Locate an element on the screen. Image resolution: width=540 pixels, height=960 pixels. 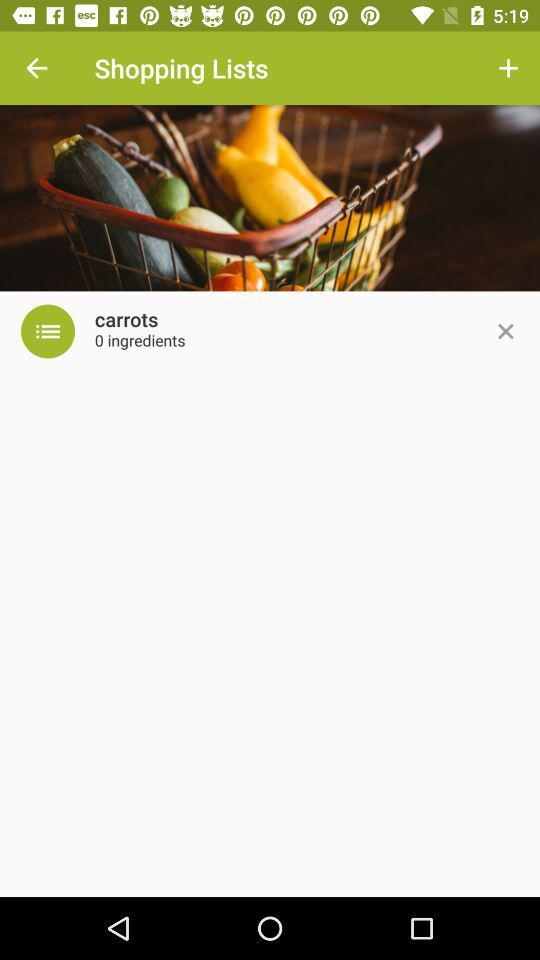
carrots is located at coordinates (126, 320).